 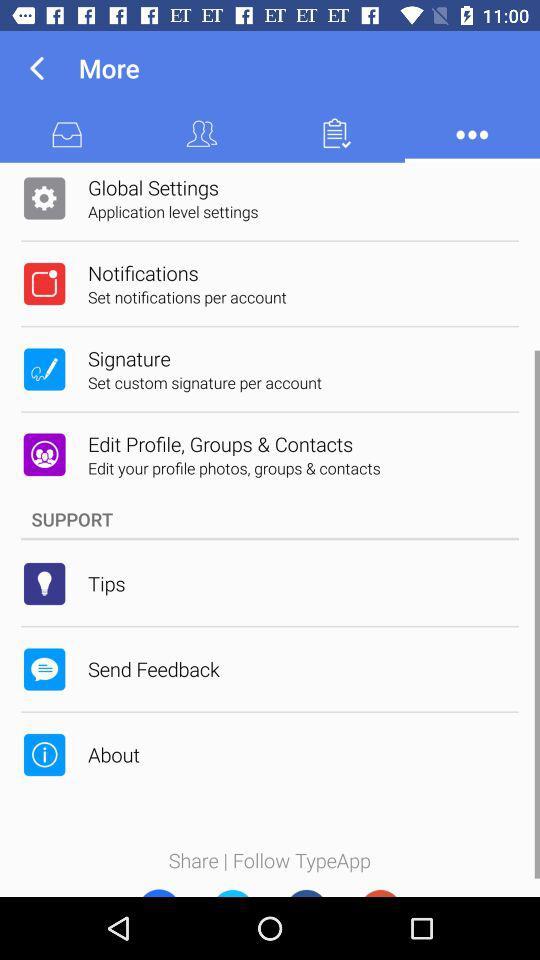 I want to click on the set custom signature icon, so click(x=204, y=381).